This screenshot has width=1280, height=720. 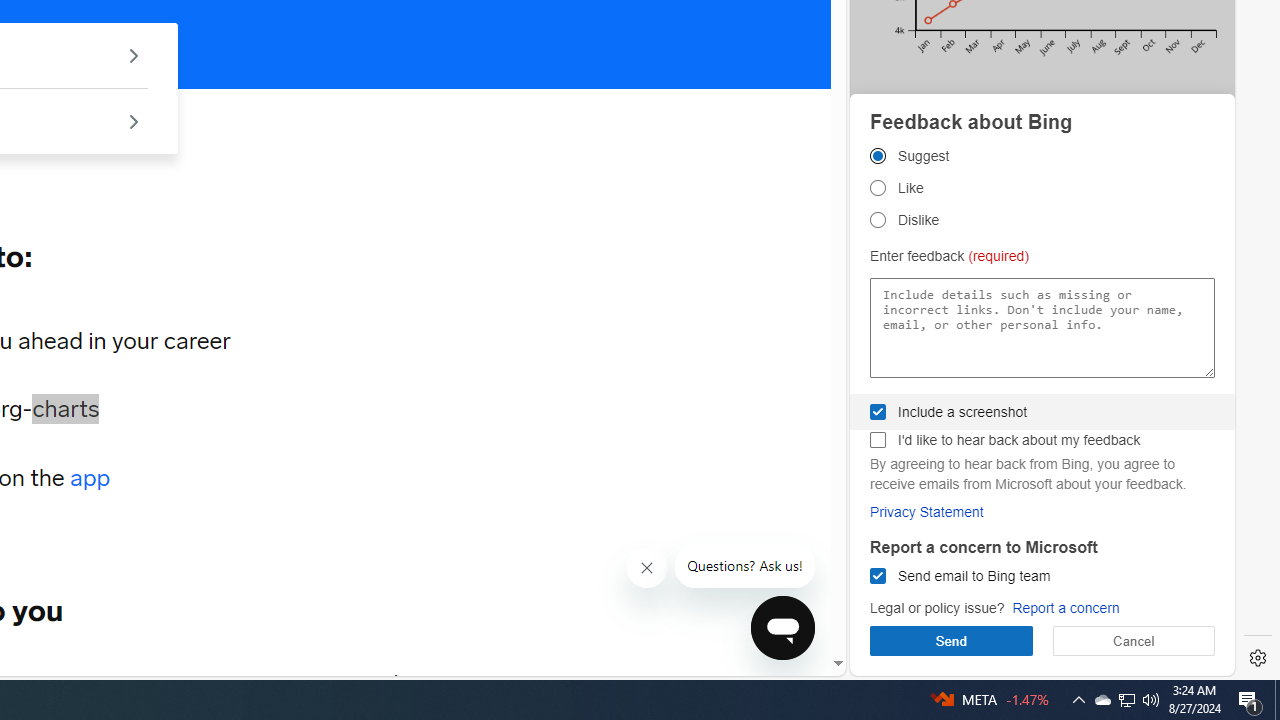 I want to click on 'app', so click(x=89, y=478).